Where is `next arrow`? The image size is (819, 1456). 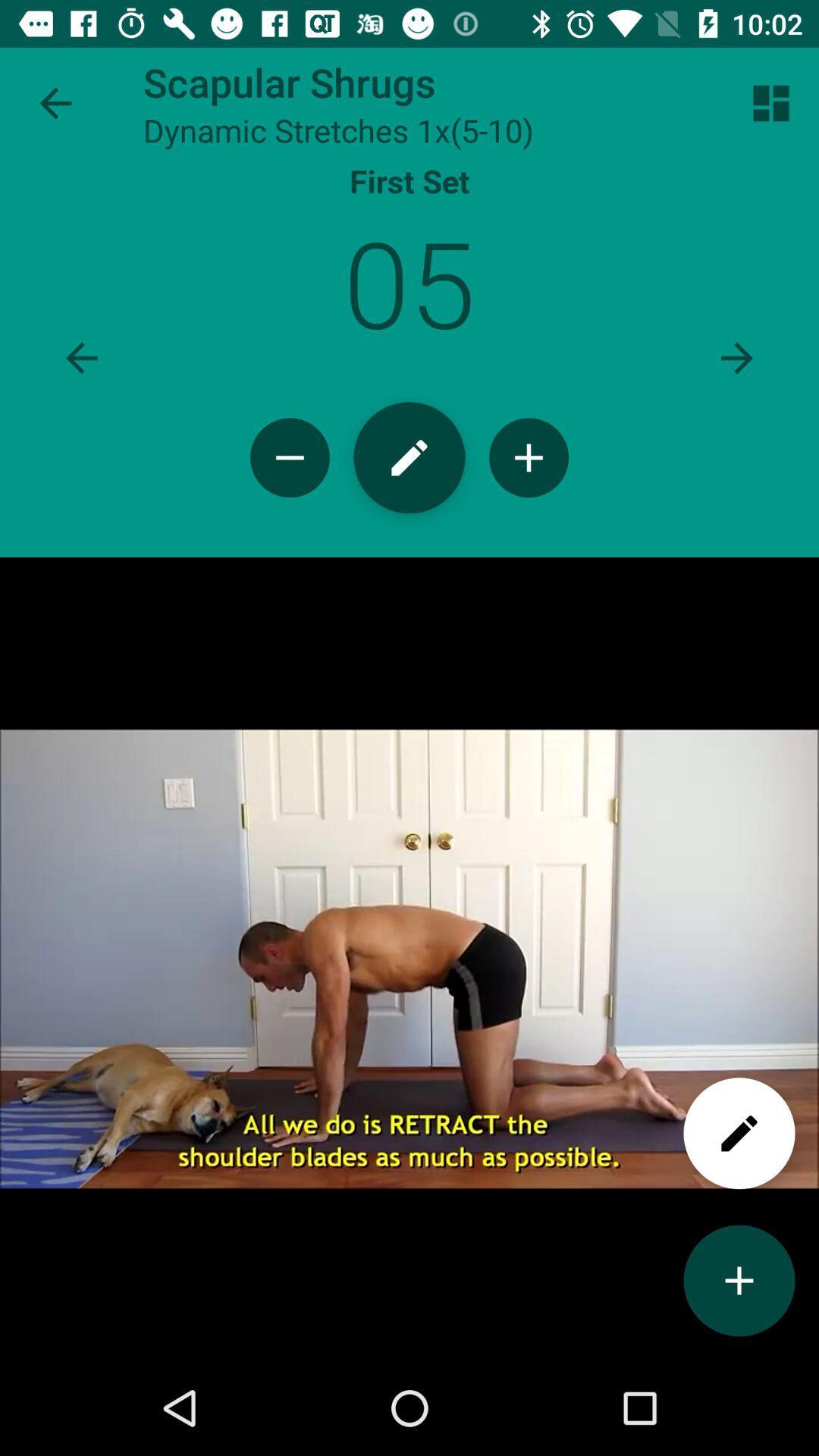
next arrow is located at coordinates (736, 357).